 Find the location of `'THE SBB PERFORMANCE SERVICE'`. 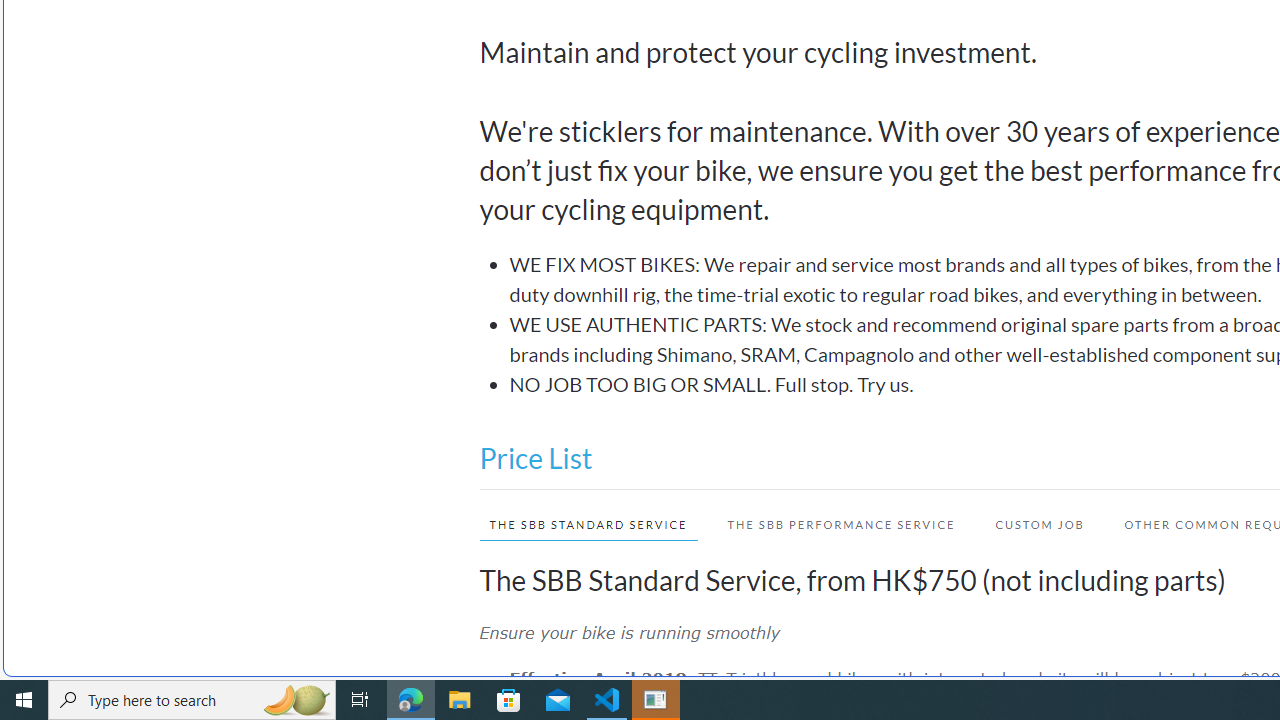

'THE SBB PERFORMANCE SERVICE' is located at coordinates (832, 523).